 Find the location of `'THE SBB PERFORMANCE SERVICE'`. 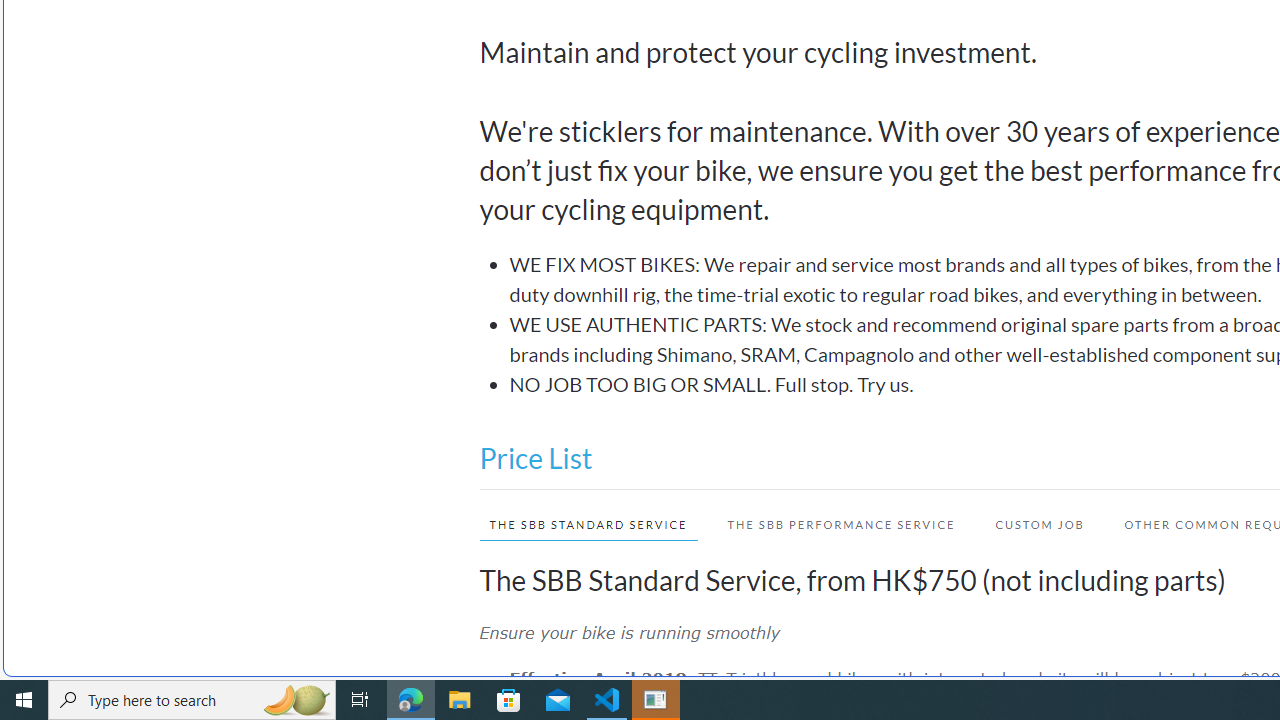

'THE SBB PERFORMANCE SERVICE' is located at coordinates (832, 523).